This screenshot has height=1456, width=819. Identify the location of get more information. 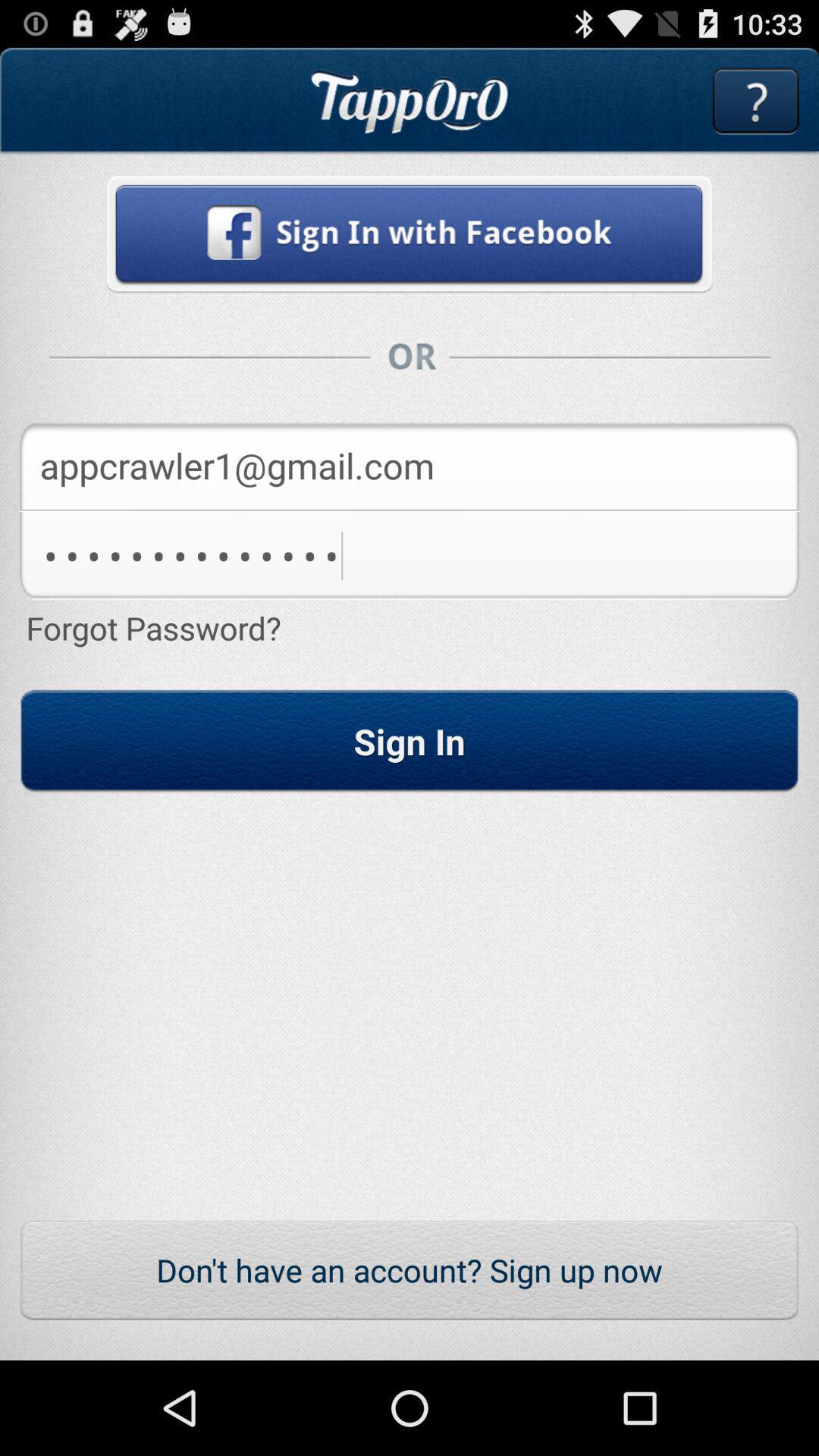
(755, 100).